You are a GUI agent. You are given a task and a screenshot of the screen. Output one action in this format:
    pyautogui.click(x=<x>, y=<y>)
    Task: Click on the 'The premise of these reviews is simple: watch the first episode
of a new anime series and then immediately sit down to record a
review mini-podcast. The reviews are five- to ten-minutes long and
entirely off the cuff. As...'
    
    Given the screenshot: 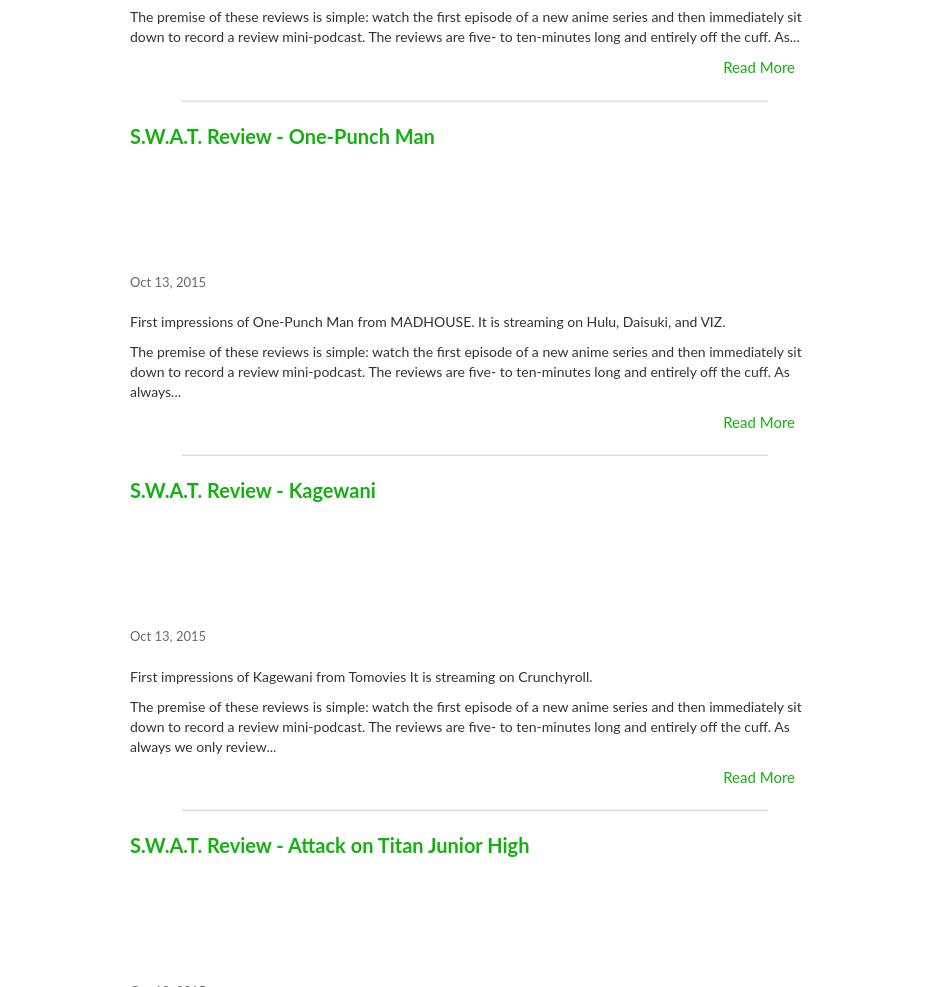 What is the action you would take?
    pyautogui.click(x=464, y=27)
    